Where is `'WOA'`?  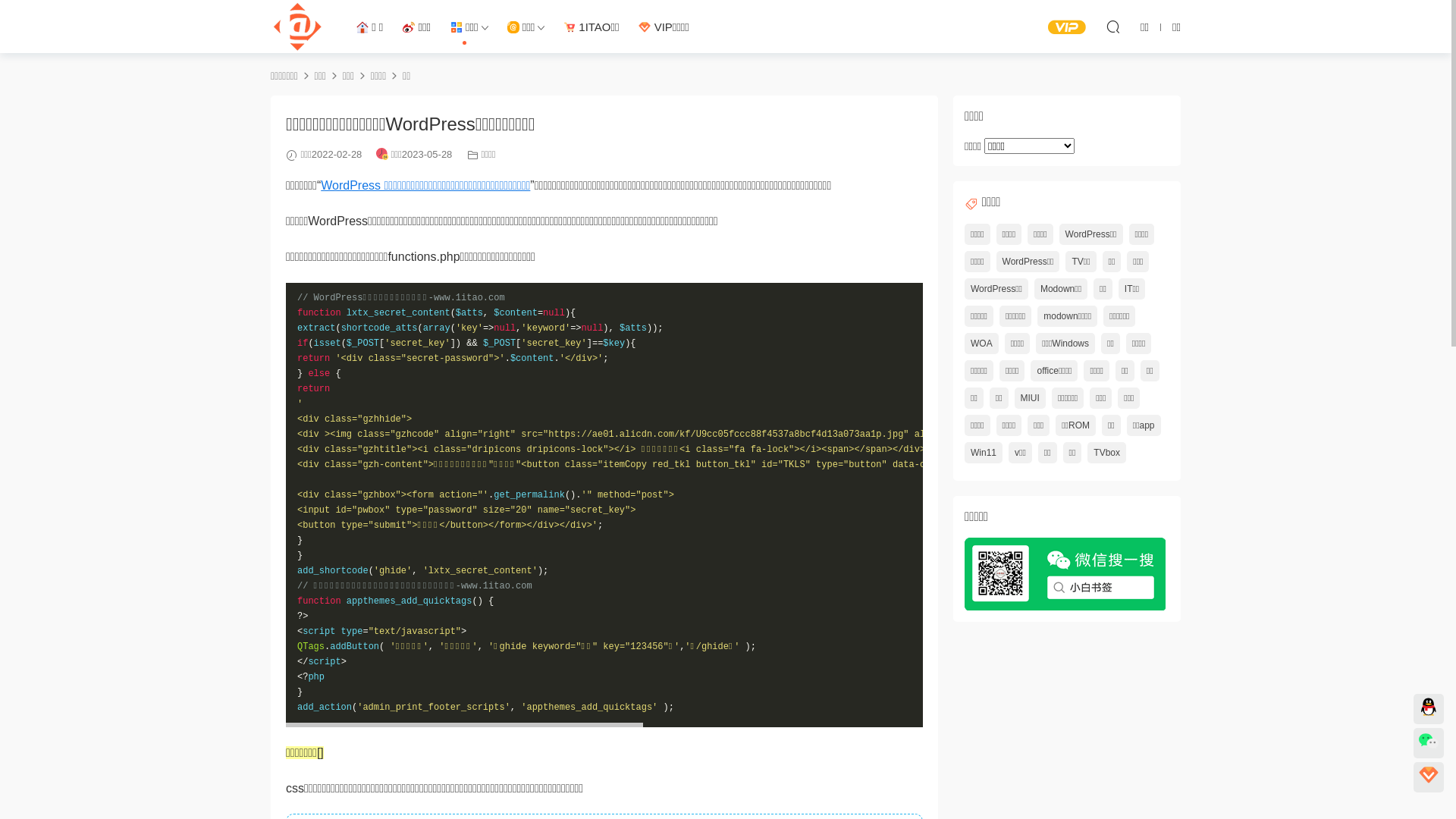
'WOA' is located at coordinates (981, 342).